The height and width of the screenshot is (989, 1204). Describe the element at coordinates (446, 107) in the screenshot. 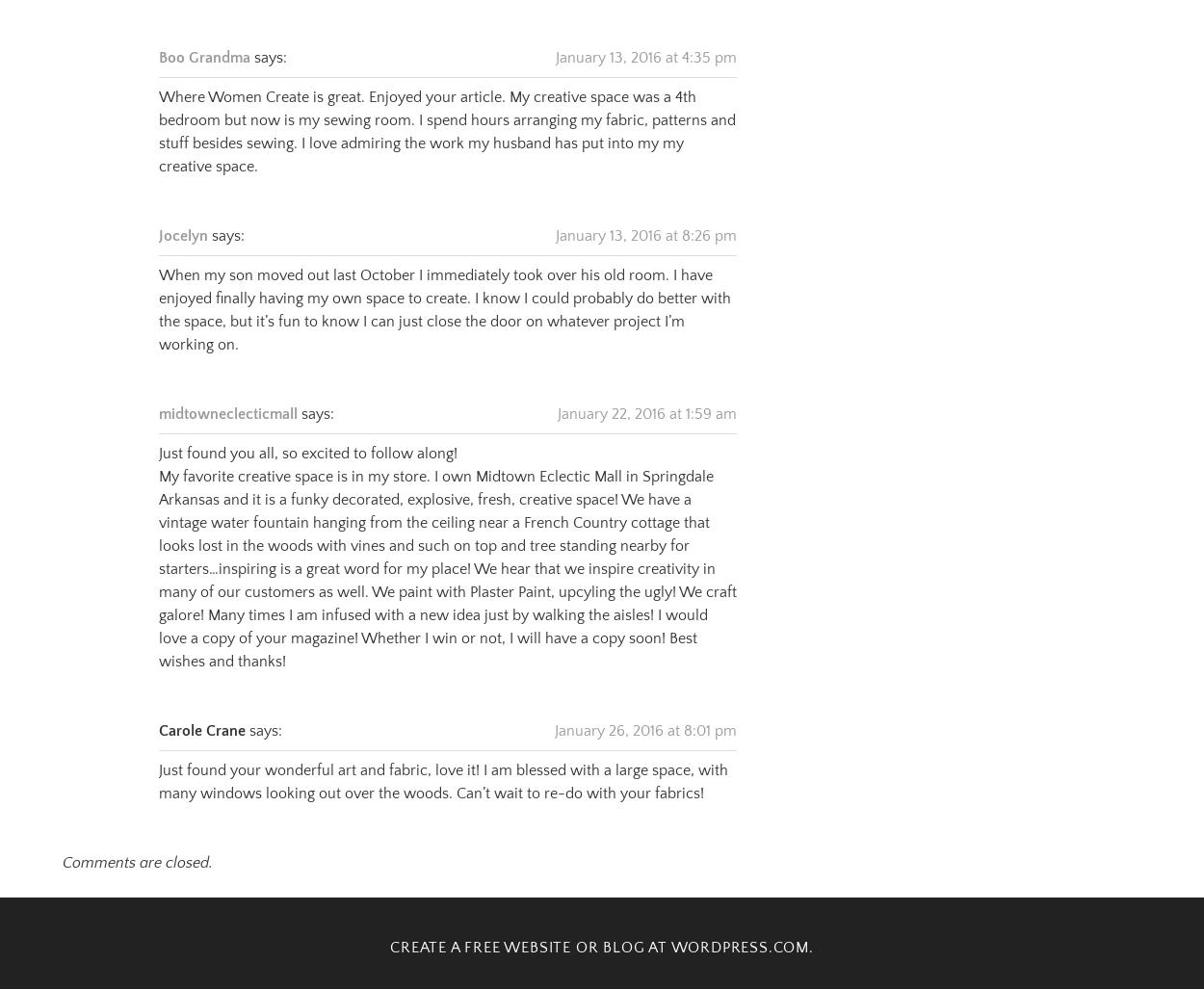

I see `'Where Women Create is great.  Enjoyed your article.  My creative space was a 4th bedroom but now is my sewing room.  I spend hours arranging my fabric, patterns and stuff besides sewing.  I love admiring the work my husband has put into my my creative space.'` at that location.